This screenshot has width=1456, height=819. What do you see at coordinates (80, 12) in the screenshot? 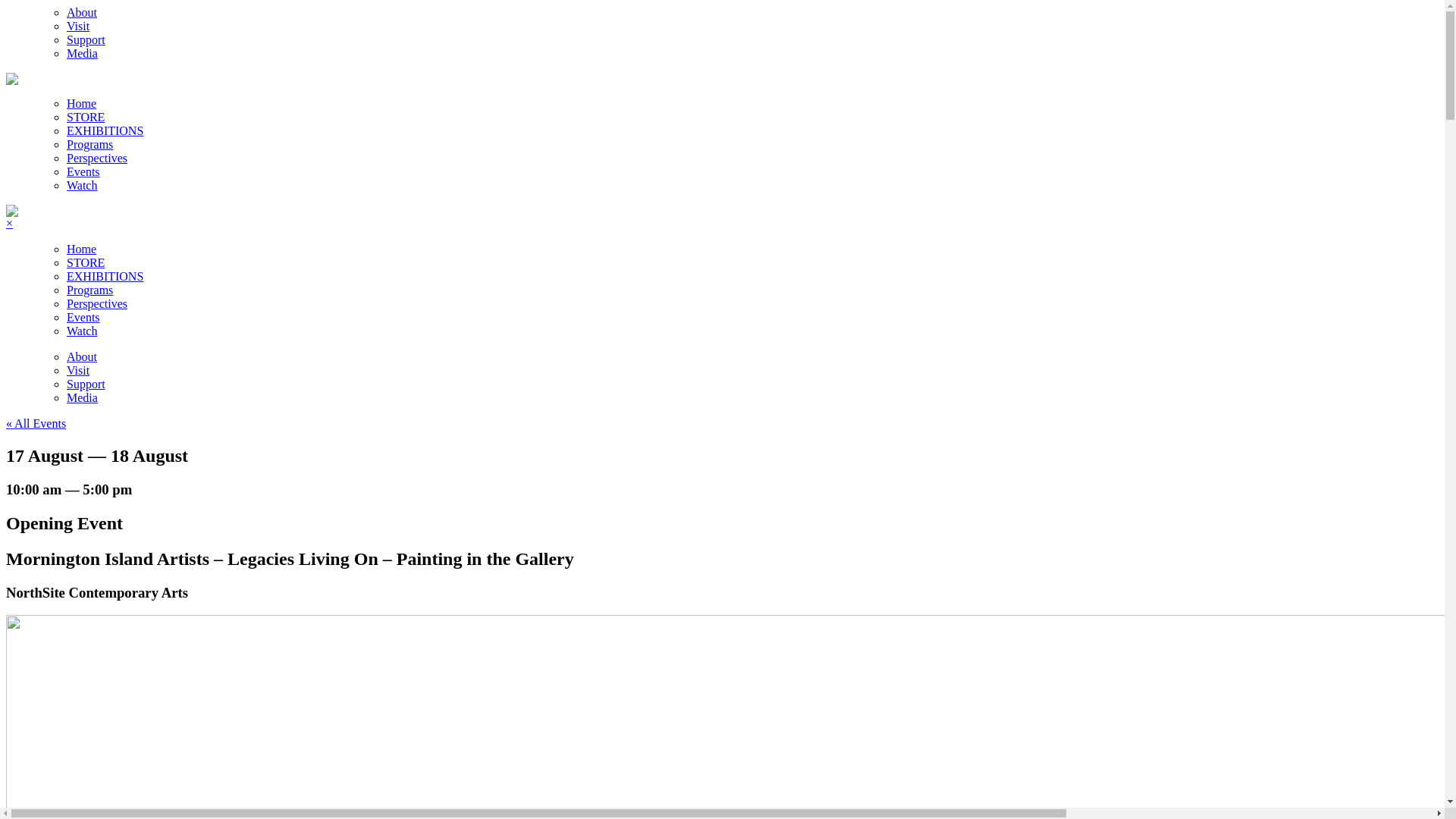
I see `'About'` at bounding box center [80, 12].